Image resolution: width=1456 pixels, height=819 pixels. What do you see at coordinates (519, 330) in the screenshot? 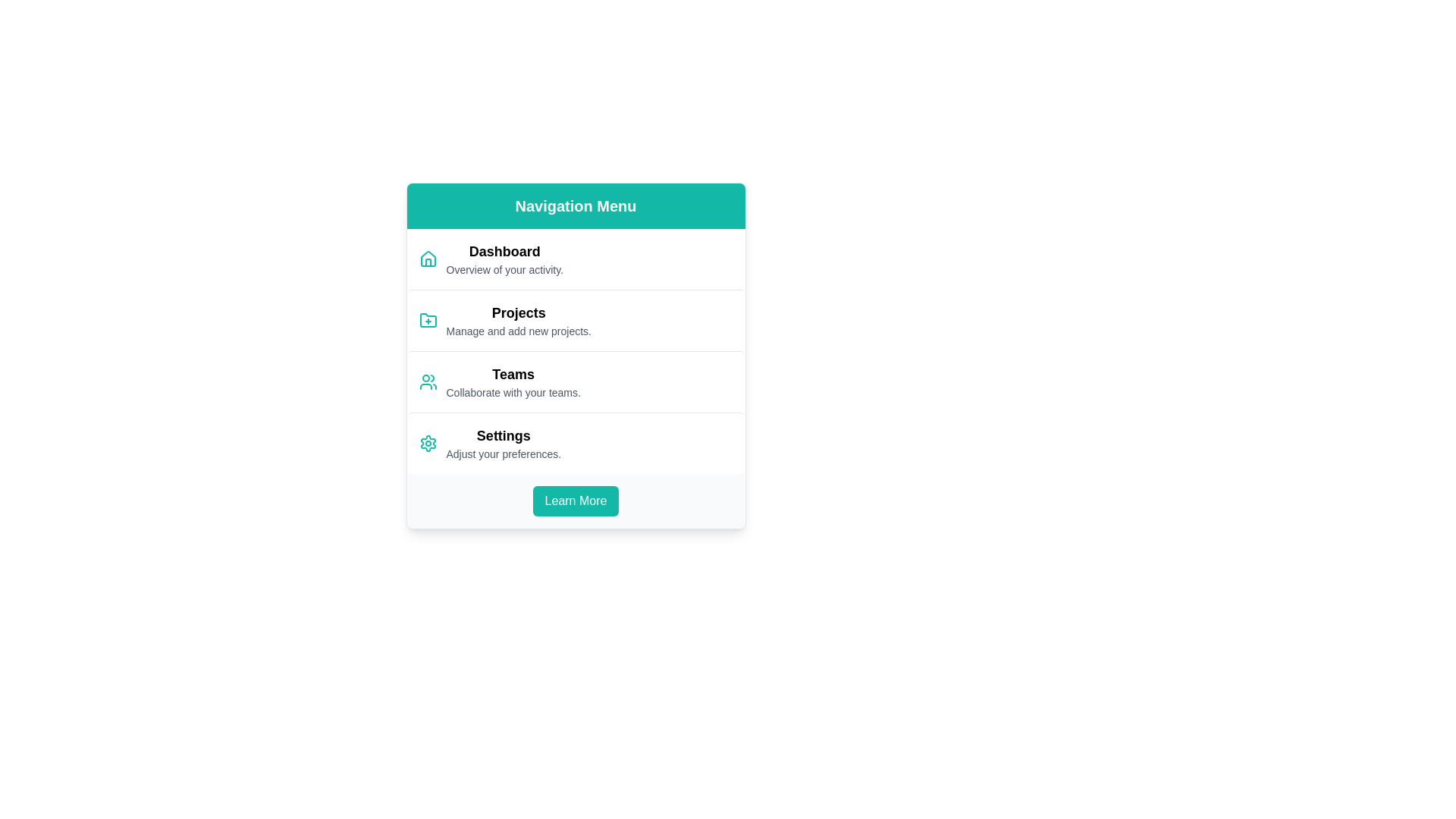
I see `the description text located under the 'Projects' title in the navigation menu, which clarifies the purpose of the section` at bounding box center [519, 330].